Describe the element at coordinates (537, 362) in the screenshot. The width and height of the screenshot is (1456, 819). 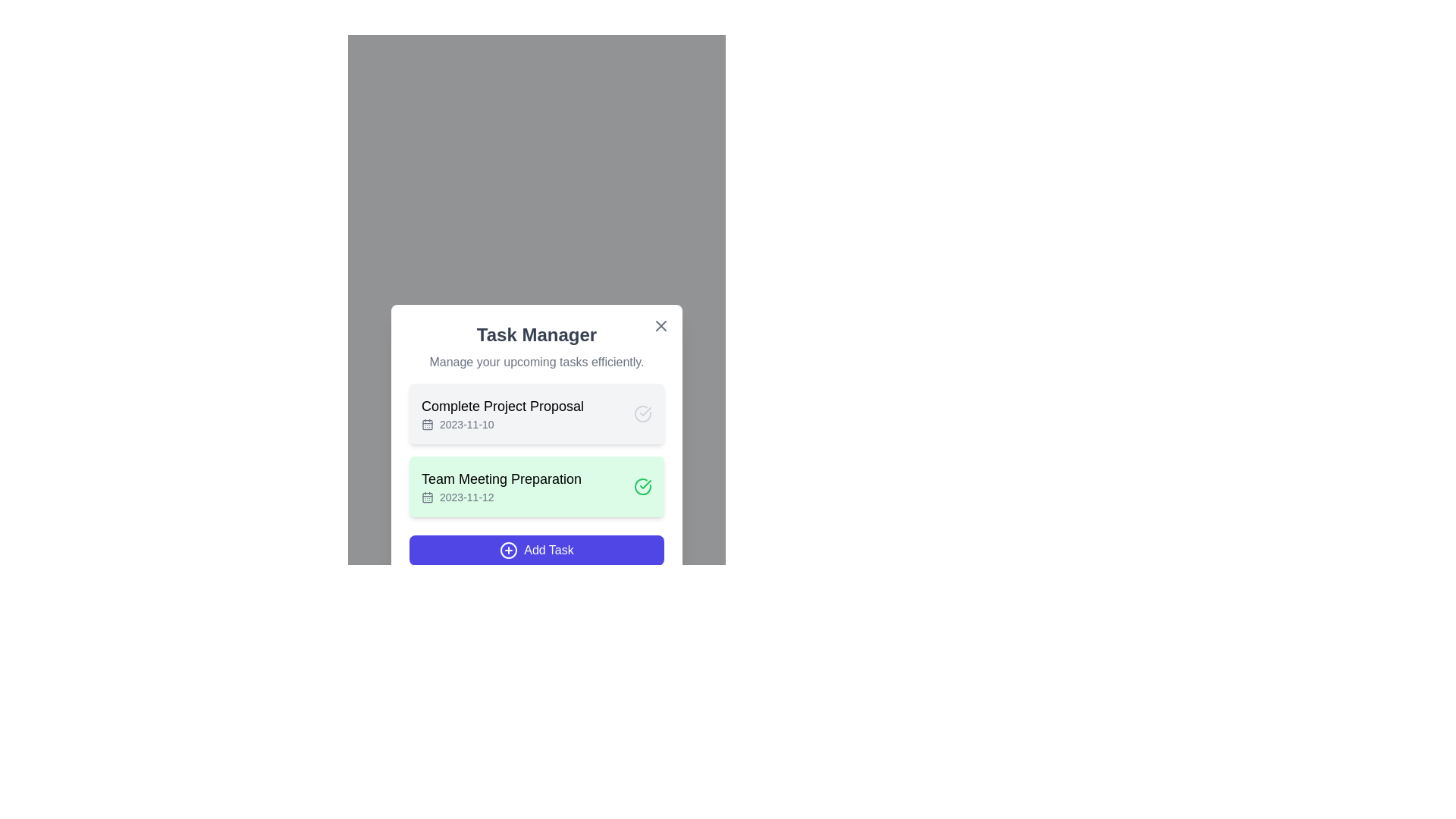
I see `descriptive text label located directly below the 'Task Manager' title in the panel interface, which provides context for the functionality of this section` at that location.